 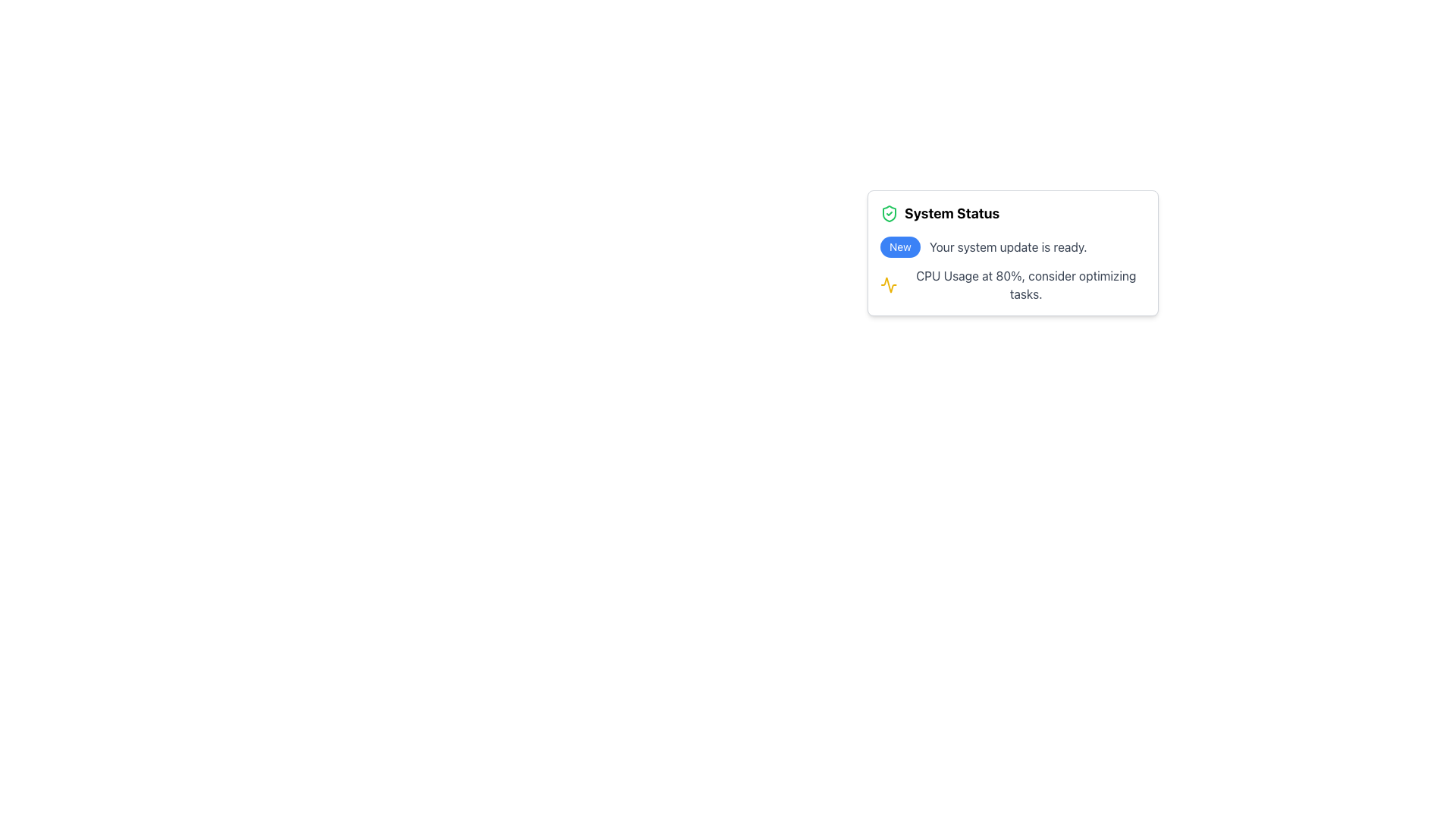 What do you see at coordinates (889, 284) in the screenshot?
I see `the yellow graph icon located within the 'System Status' notification area` at bounding box center [889, 284].